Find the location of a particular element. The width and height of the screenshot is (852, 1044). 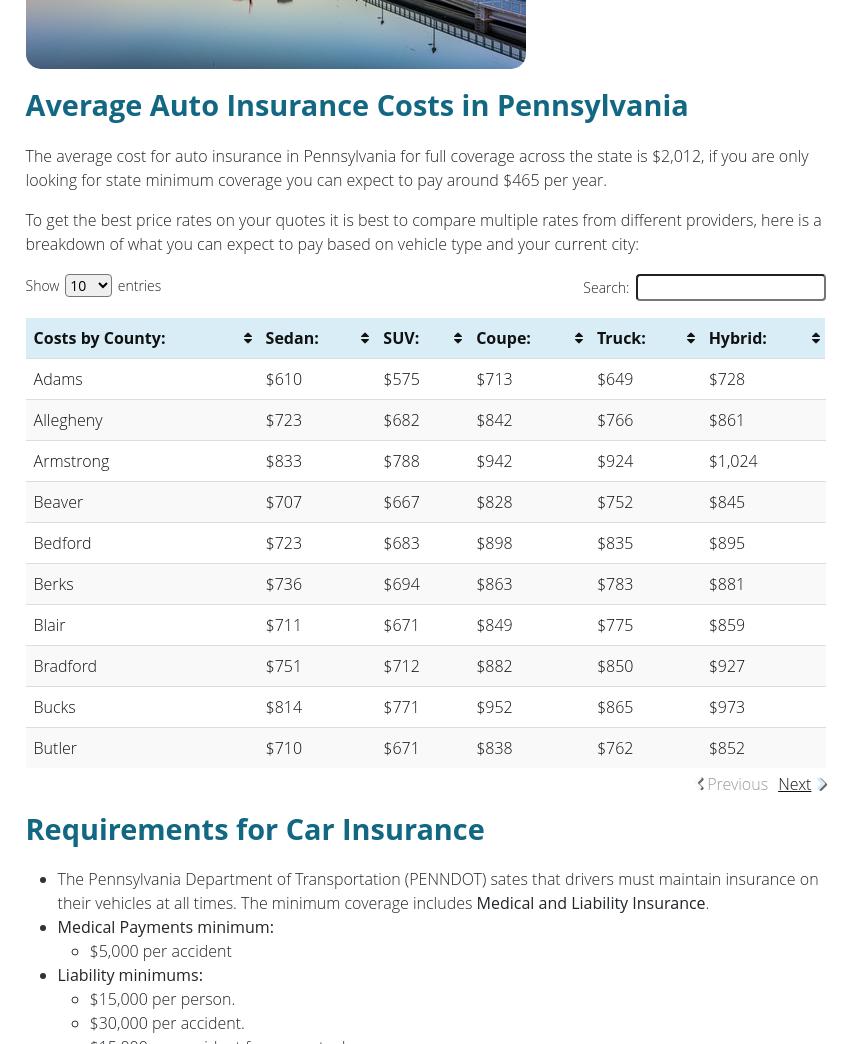

'1101 S. Front St.' is located at coordinates (83, 178).